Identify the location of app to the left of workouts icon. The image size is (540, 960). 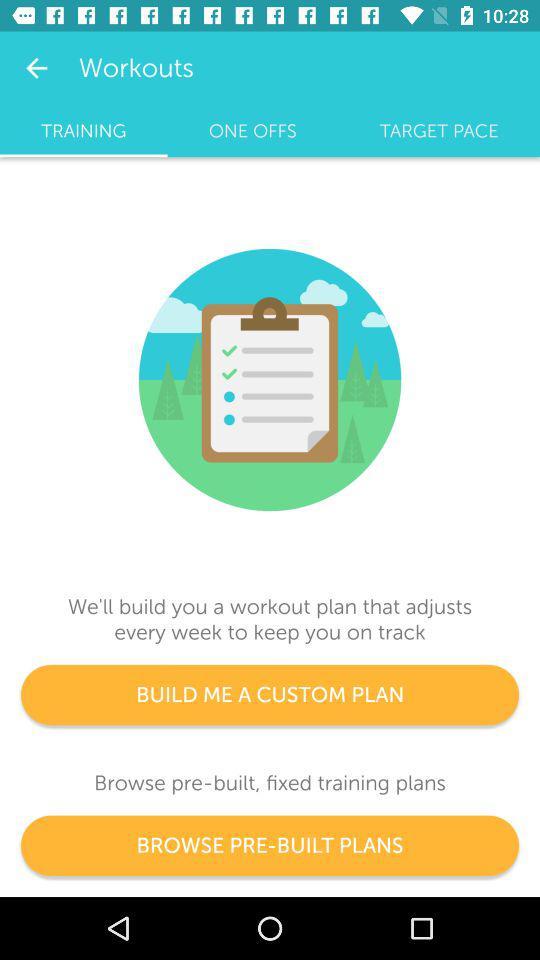
(36, 68).